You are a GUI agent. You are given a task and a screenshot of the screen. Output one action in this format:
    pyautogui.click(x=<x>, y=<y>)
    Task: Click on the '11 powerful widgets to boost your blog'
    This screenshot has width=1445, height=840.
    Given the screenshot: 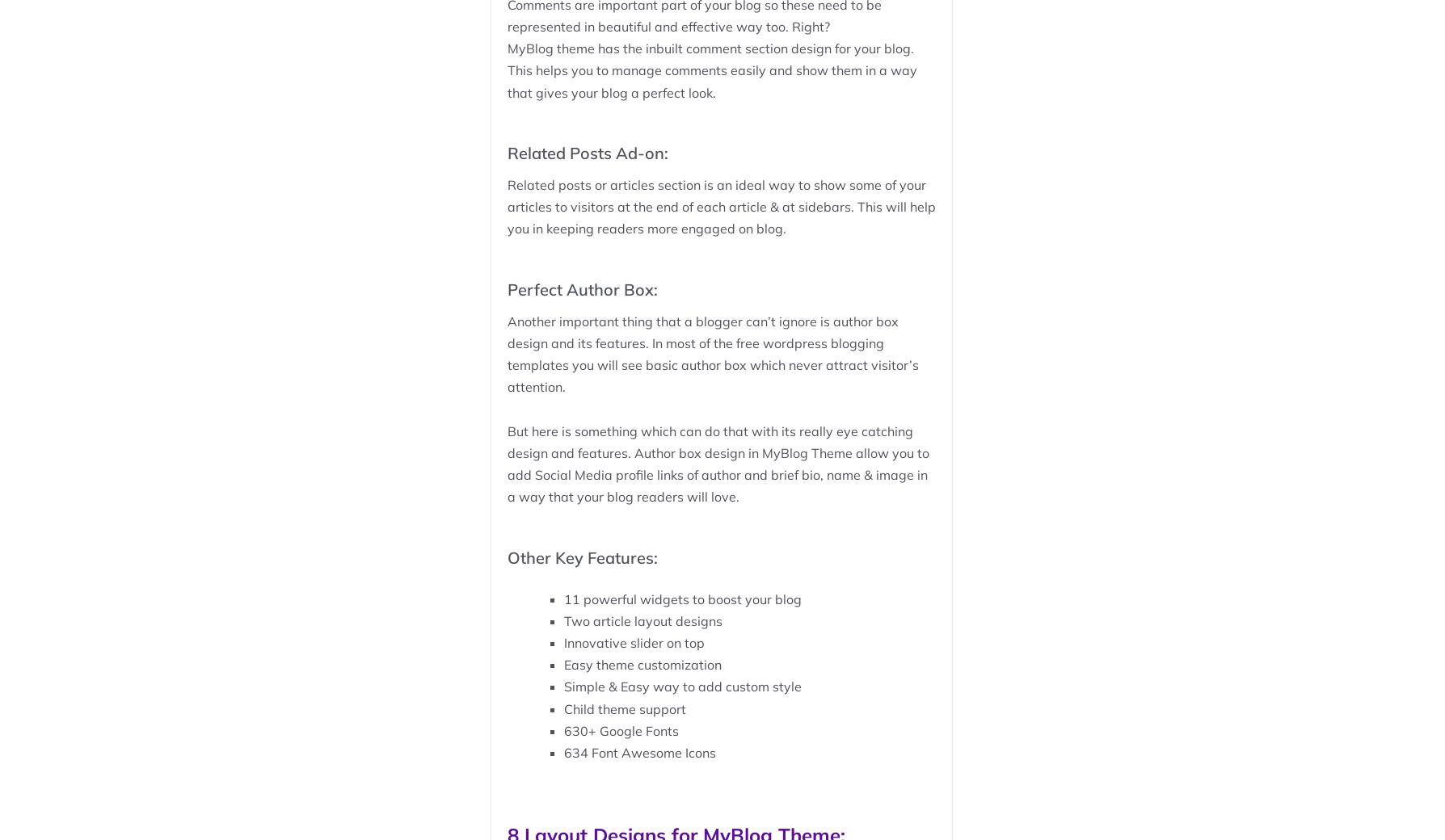 What is the action you would take?
    pyautogui.click(x=562, y=598)
    